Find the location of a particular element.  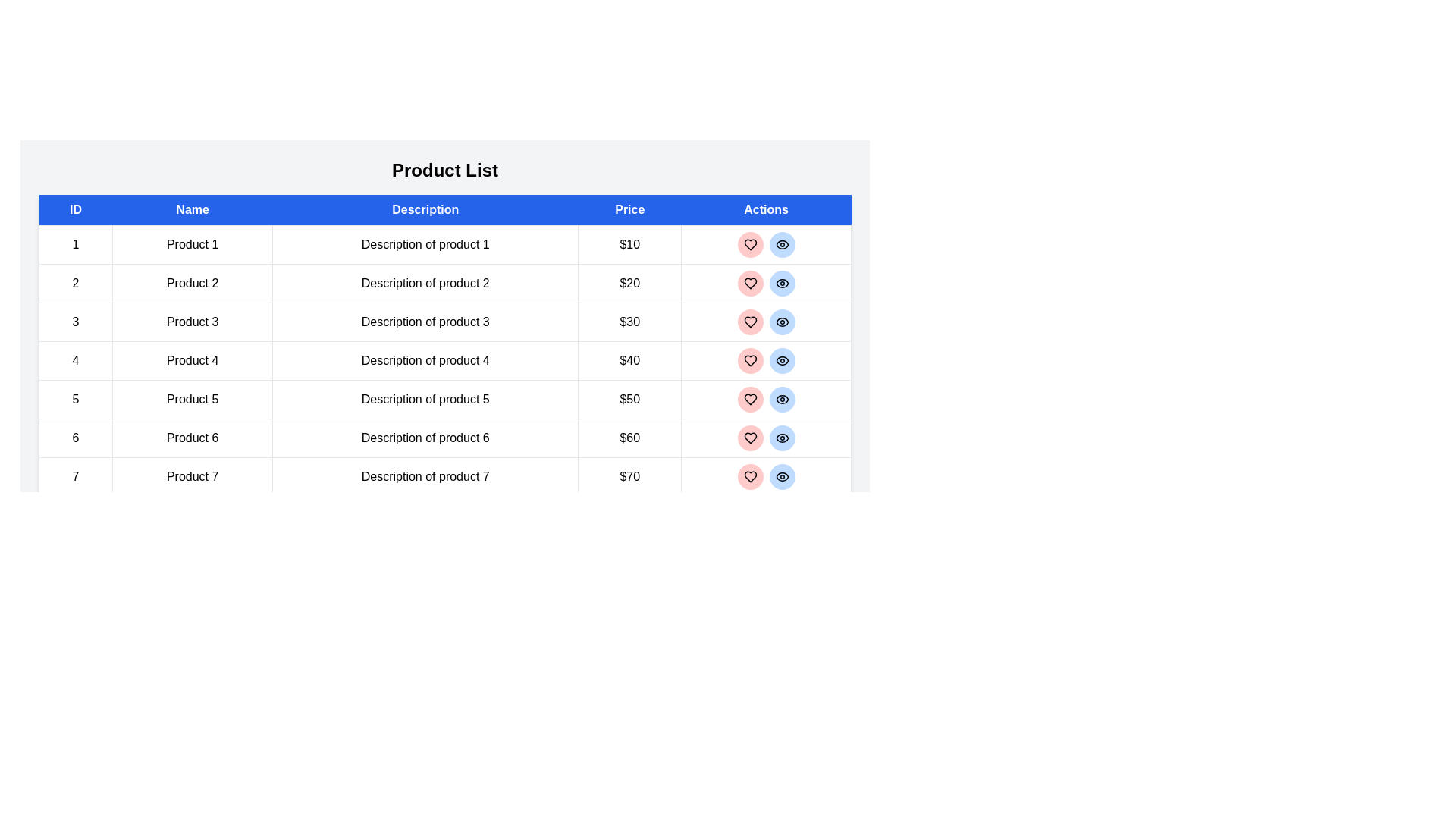

the column header Price to sort the table by that column is located at coordinates (629, 210).